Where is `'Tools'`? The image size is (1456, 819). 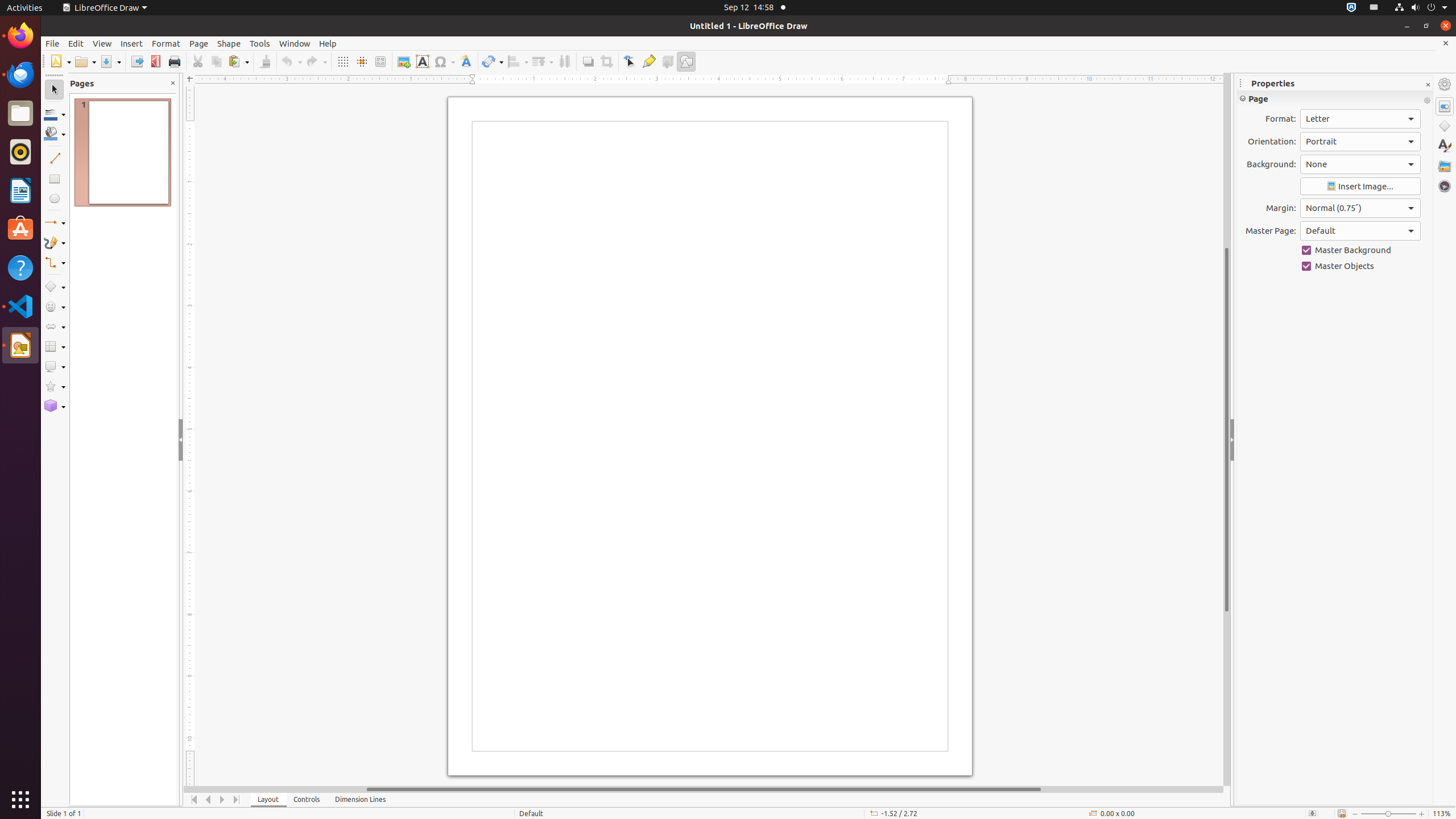 'Tools' is located at coordinates (259, 43).